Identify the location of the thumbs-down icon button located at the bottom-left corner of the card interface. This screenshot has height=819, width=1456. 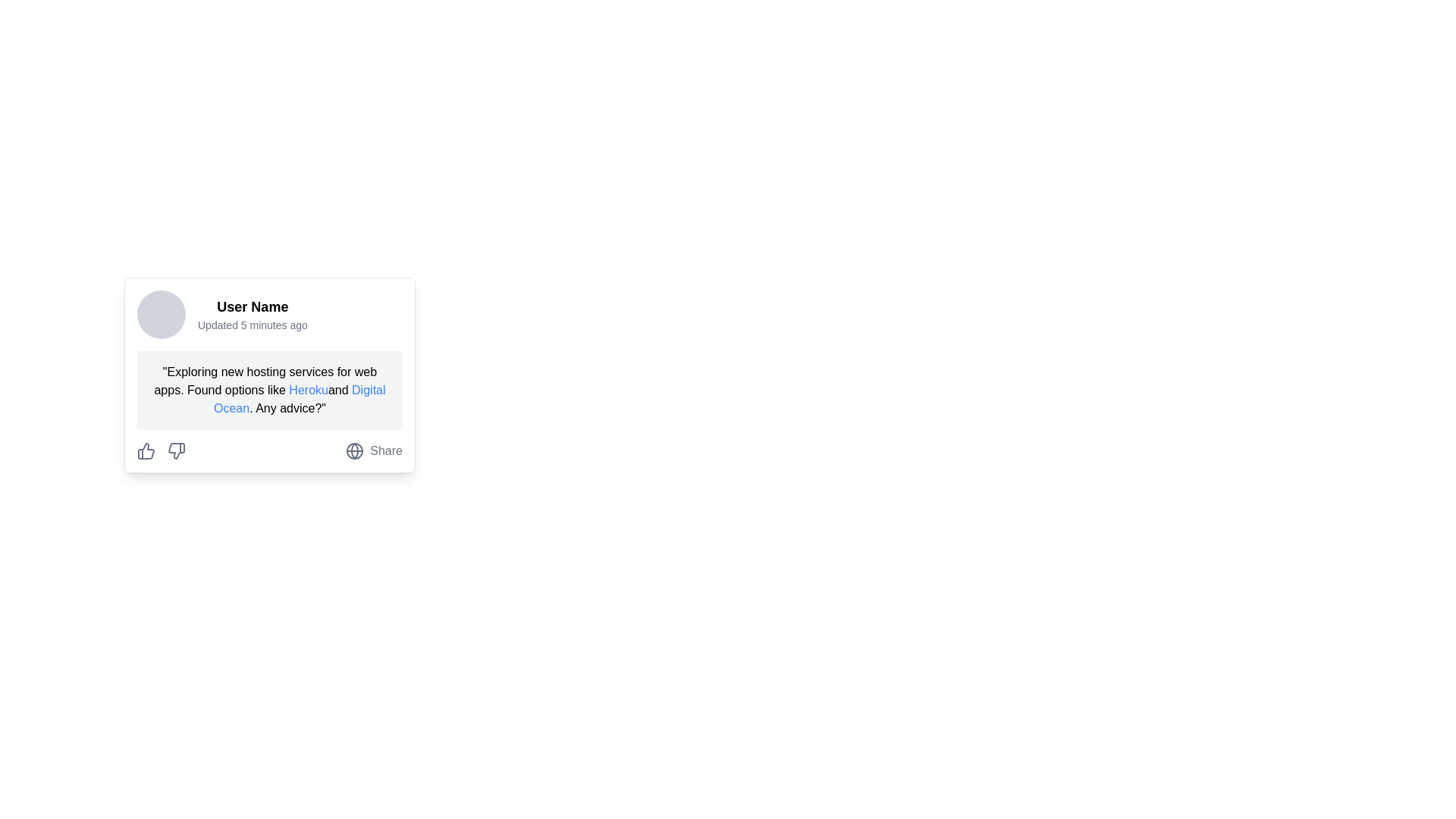
(177, 450).